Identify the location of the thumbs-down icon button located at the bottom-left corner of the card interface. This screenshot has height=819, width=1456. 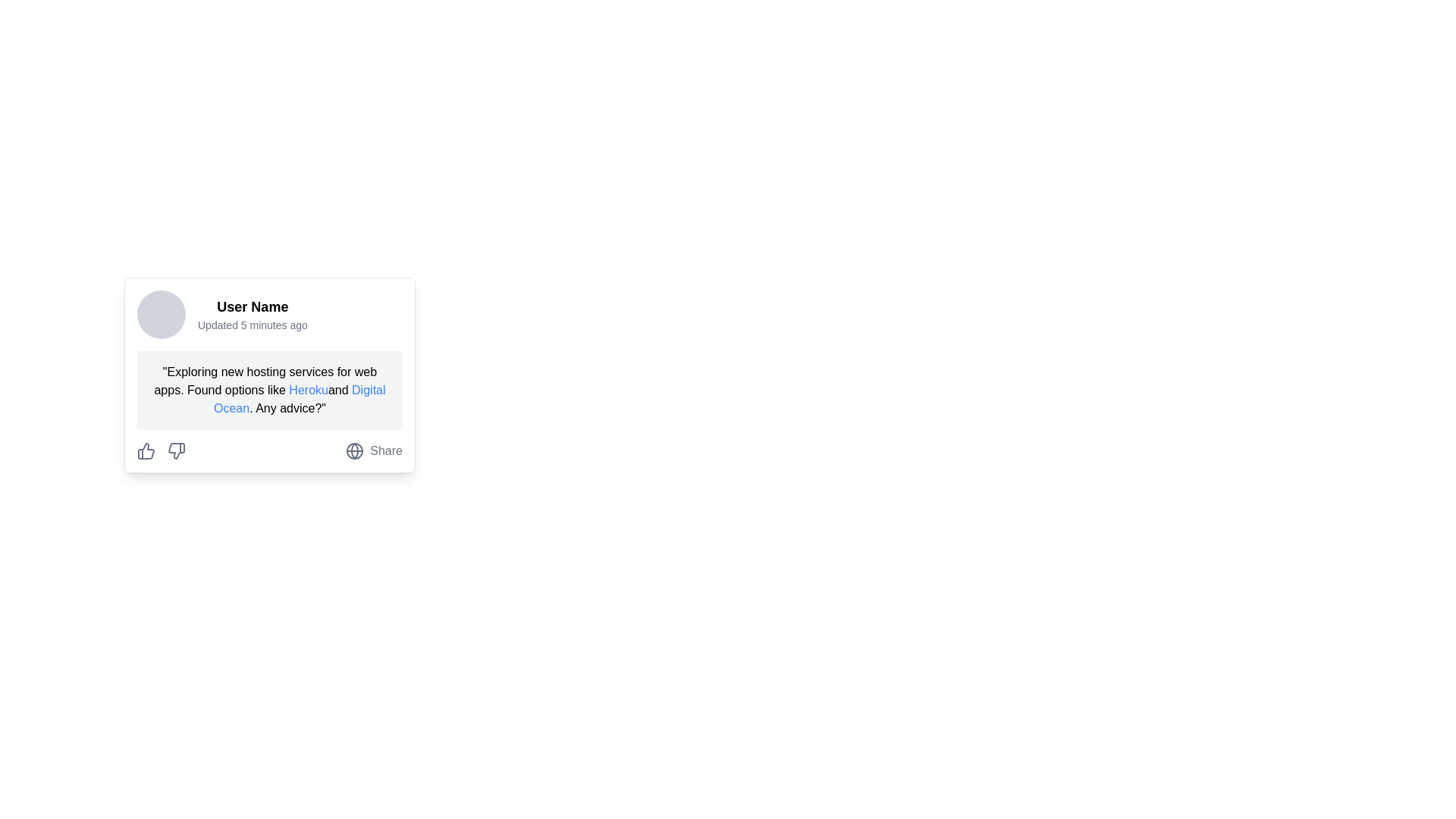
(177, 450).